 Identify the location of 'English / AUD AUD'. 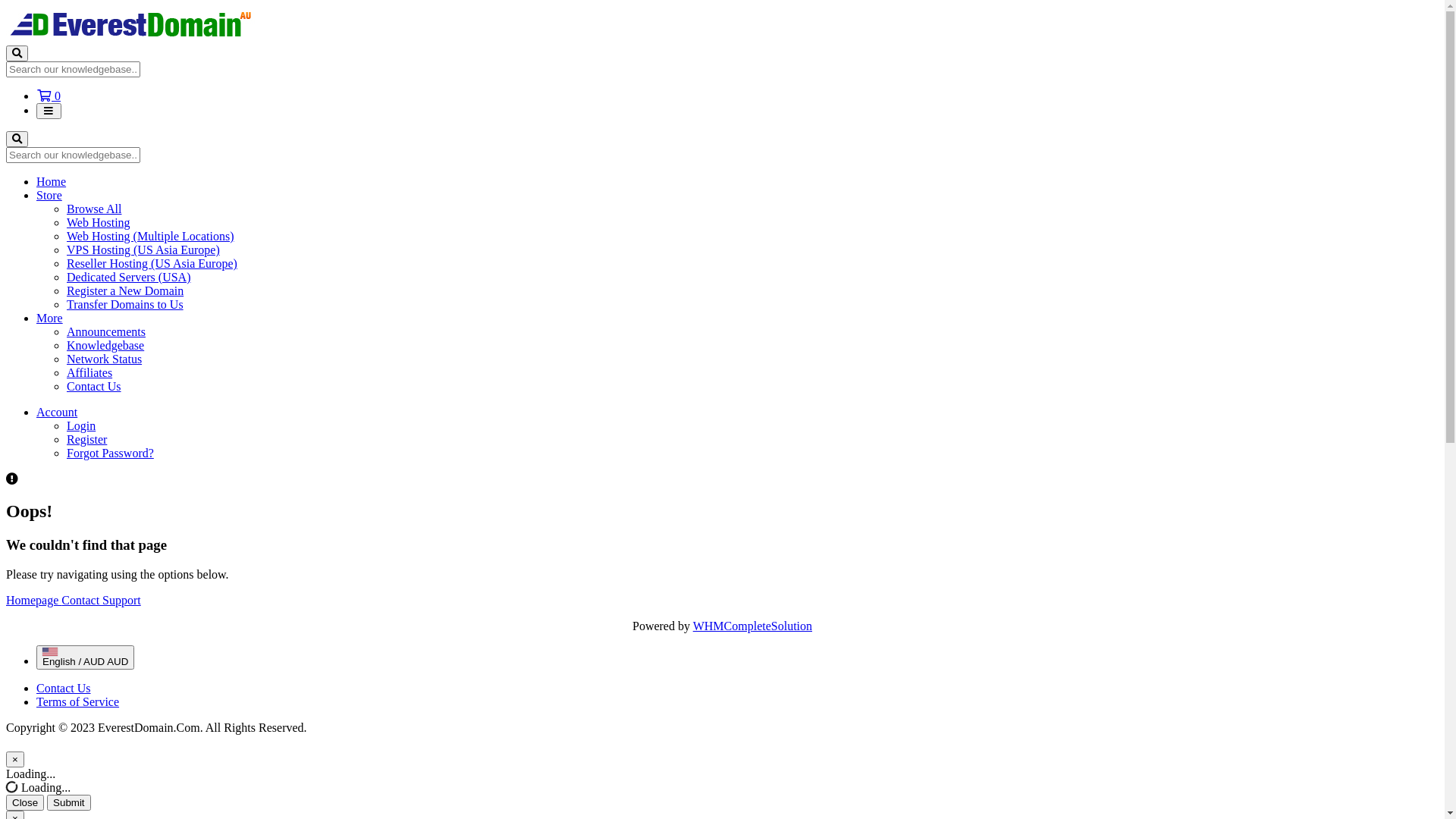
(84, 657).